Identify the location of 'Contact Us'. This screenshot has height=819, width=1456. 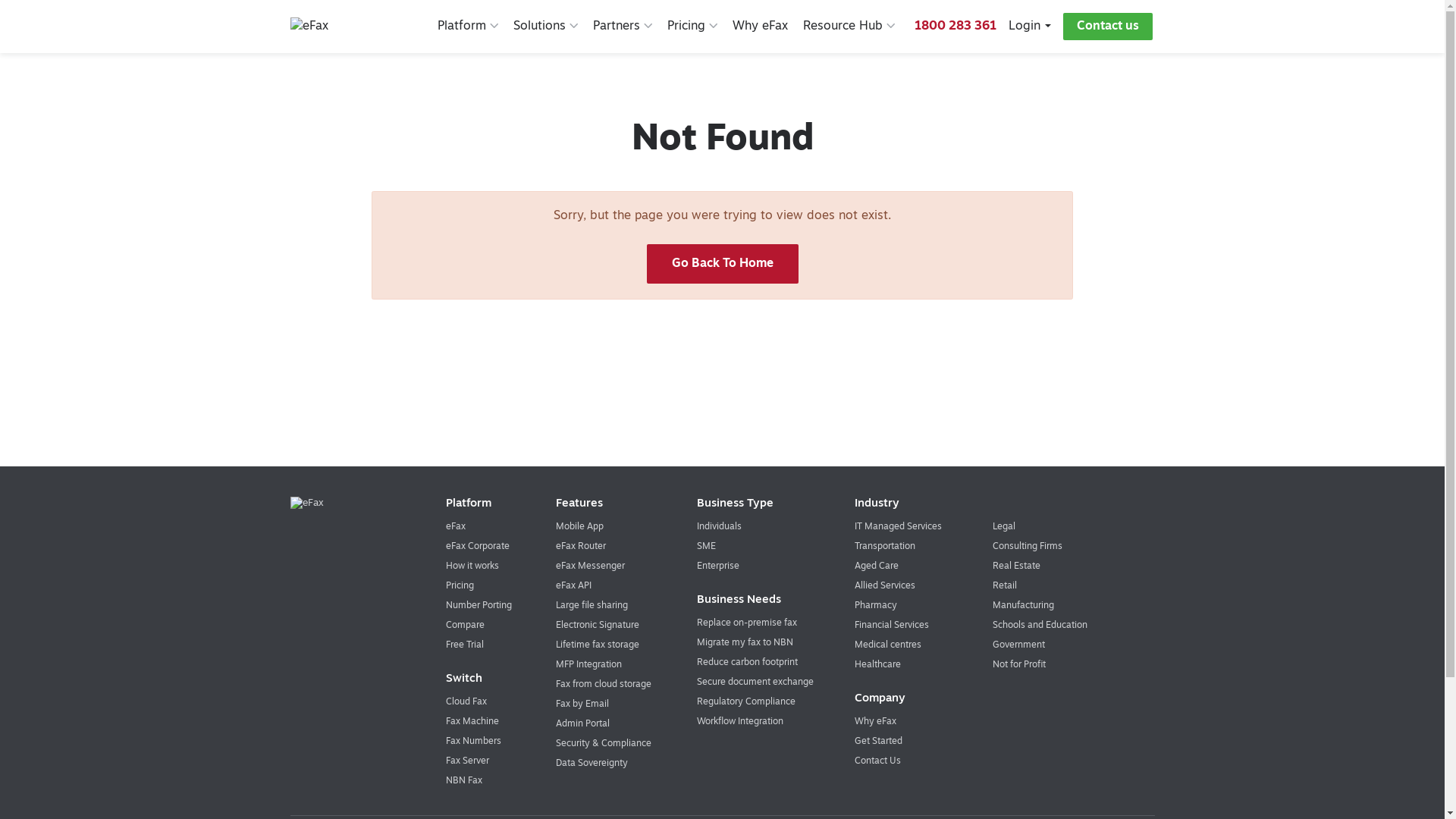
(877, 761).